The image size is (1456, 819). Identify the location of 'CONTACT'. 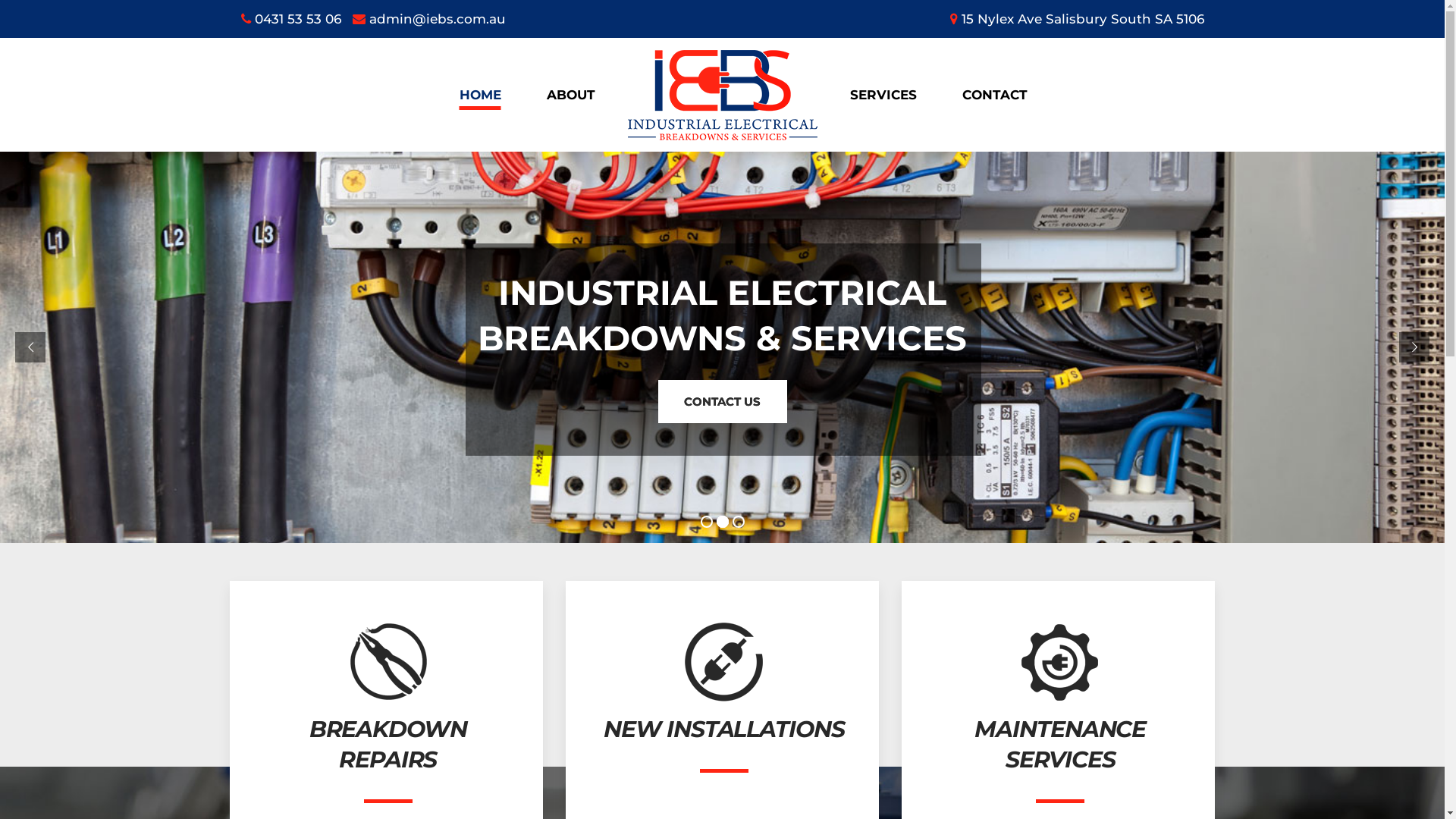
(938, 94).